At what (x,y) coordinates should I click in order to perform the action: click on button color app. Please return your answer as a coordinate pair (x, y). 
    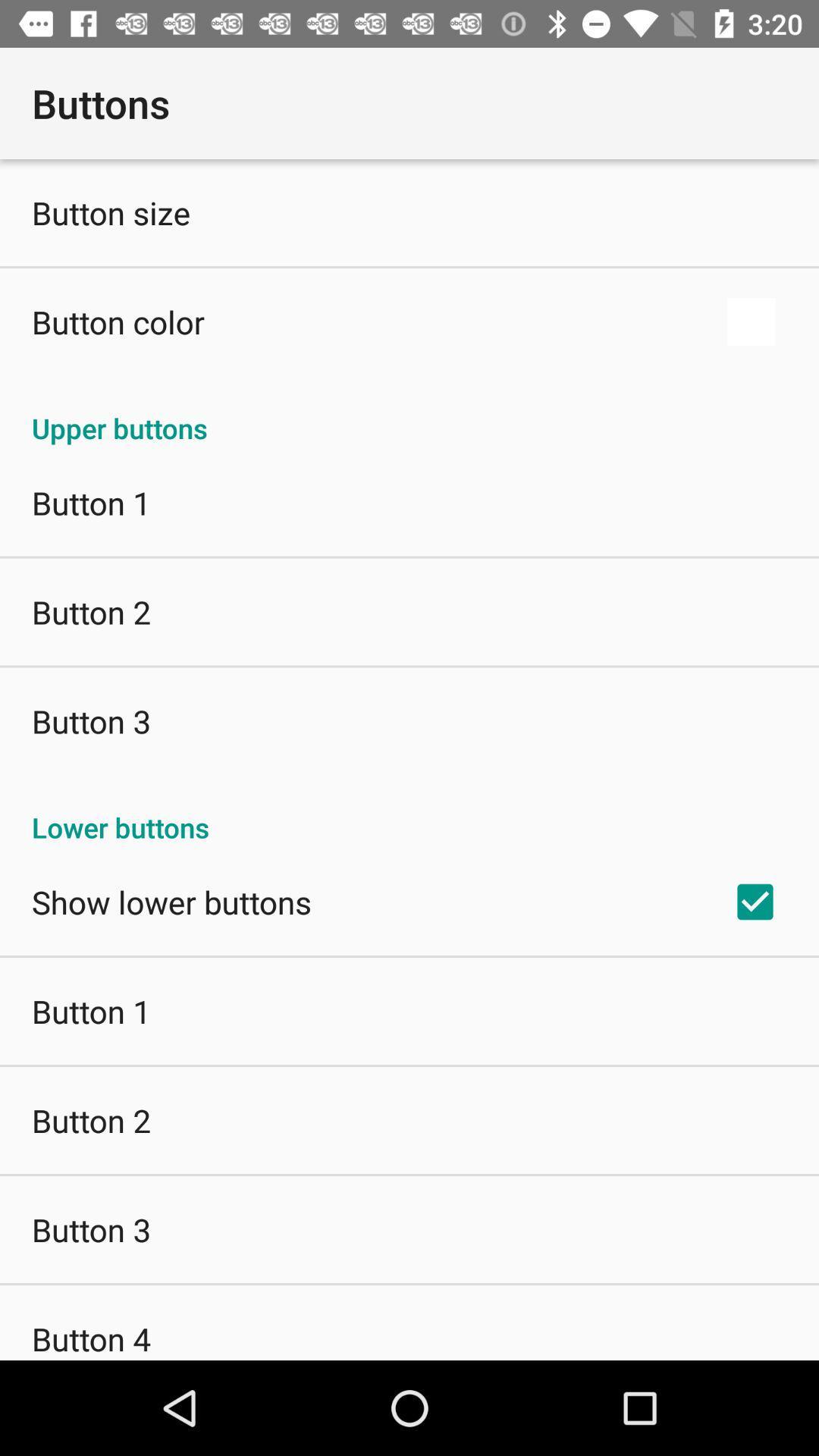
    Looking at the image, I should click on (117, 321).